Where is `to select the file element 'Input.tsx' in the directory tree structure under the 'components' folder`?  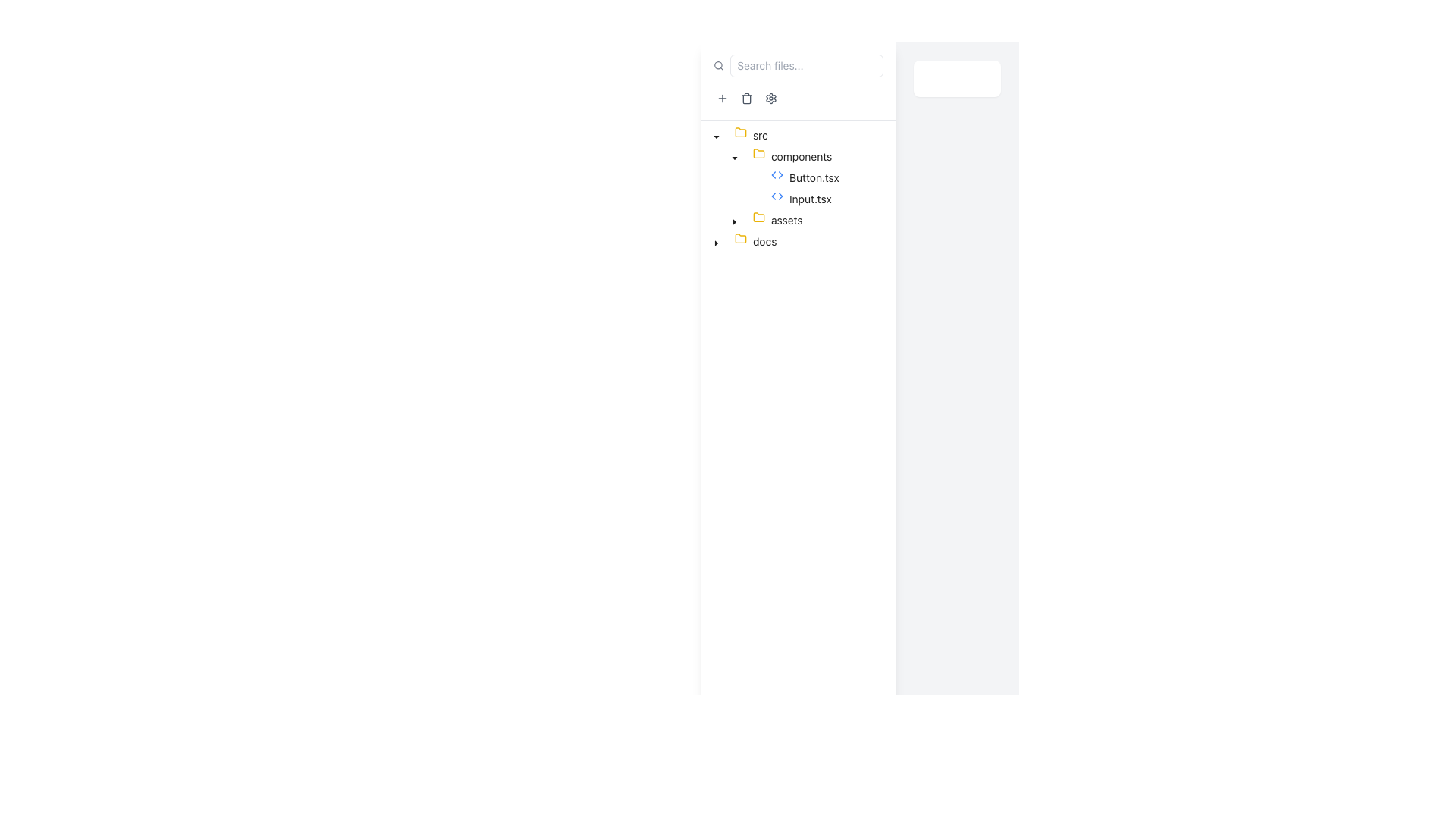
to select the file element 'Input.tsx' in the directory tree structure under the 'components' folder is located at coordinates (797, 189).